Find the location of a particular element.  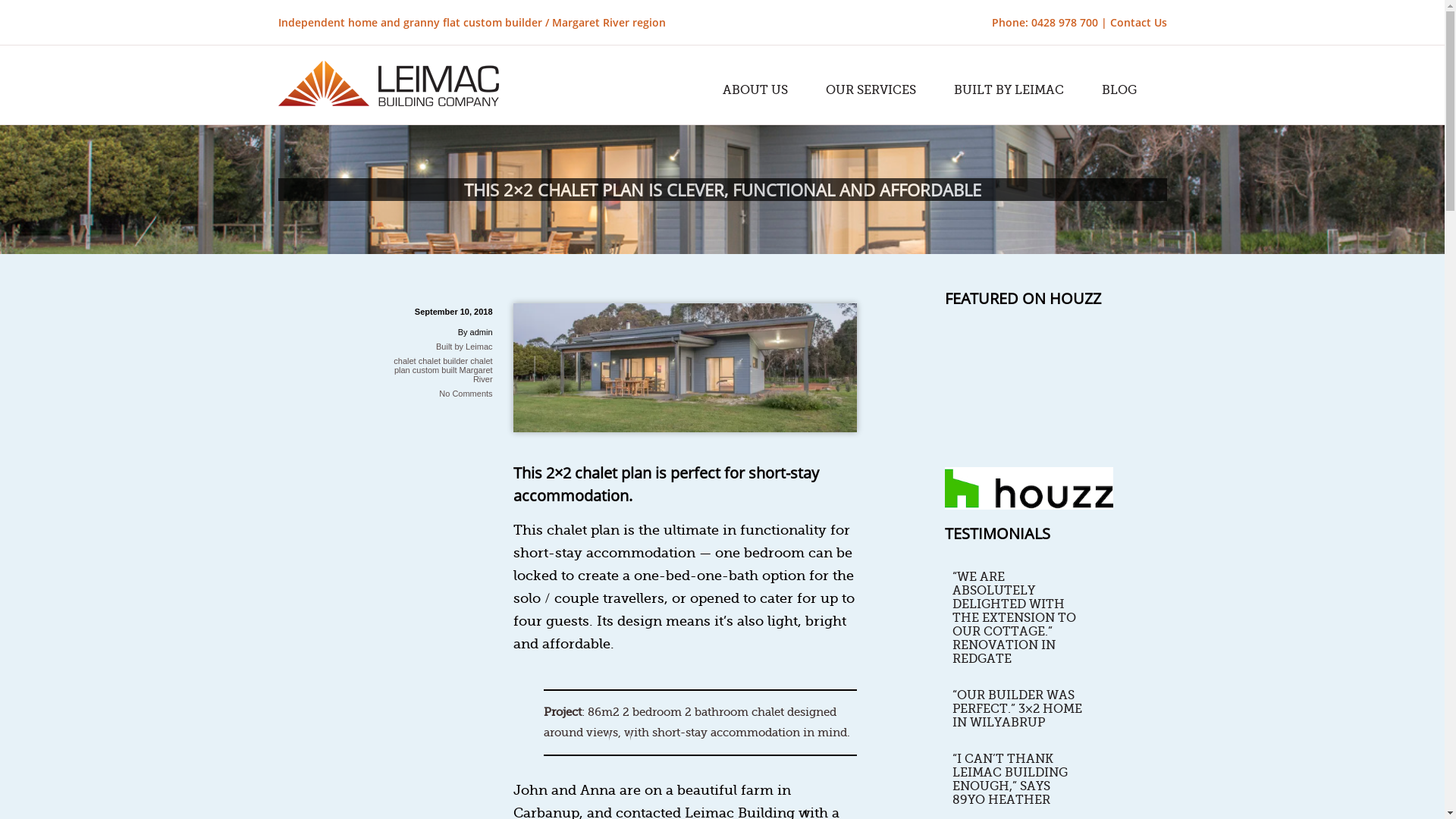

'No Comments' is located at coordinates (465, 393).